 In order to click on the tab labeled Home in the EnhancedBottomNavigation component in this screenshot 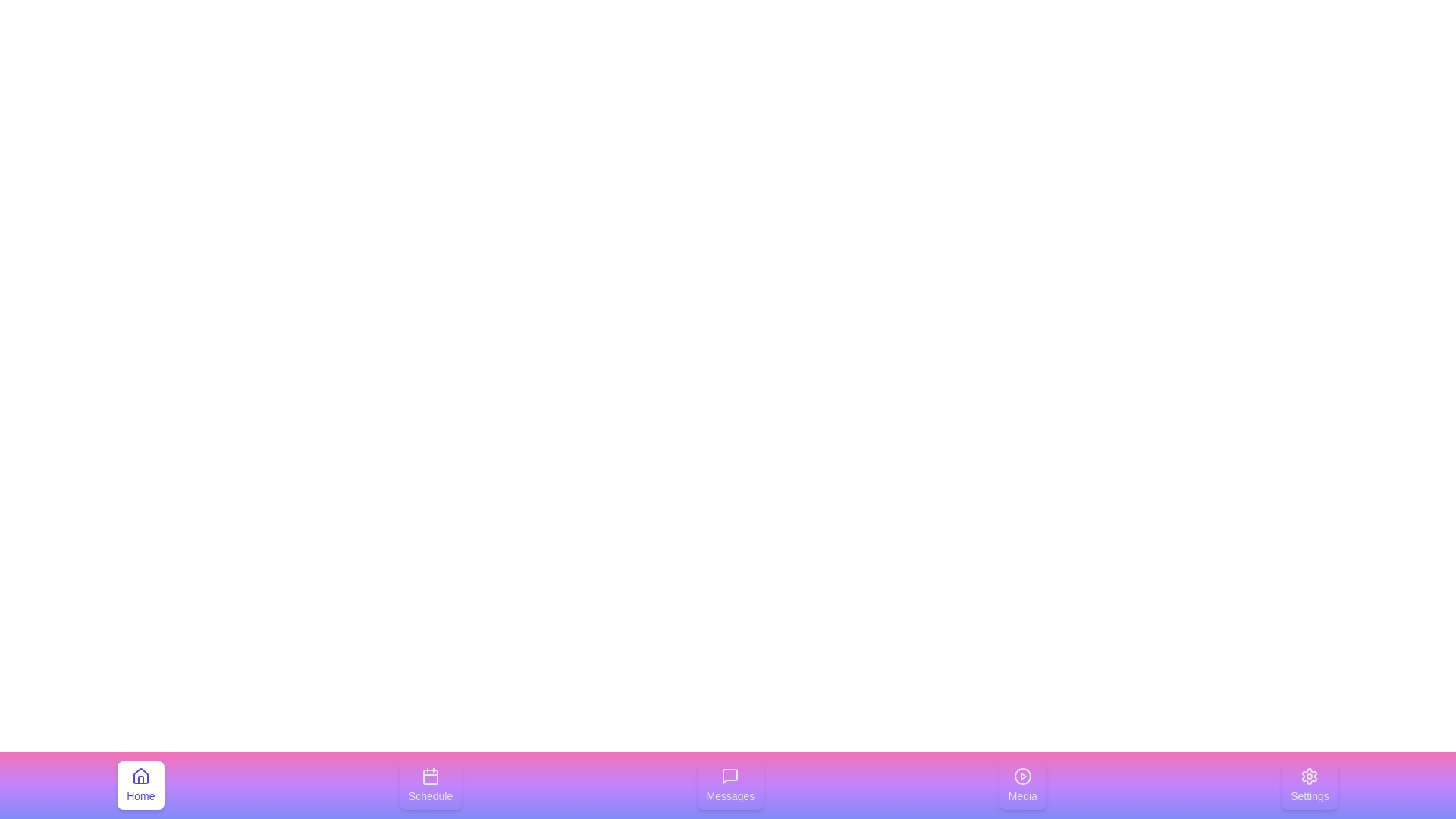, I will do `click(140, 785)`.